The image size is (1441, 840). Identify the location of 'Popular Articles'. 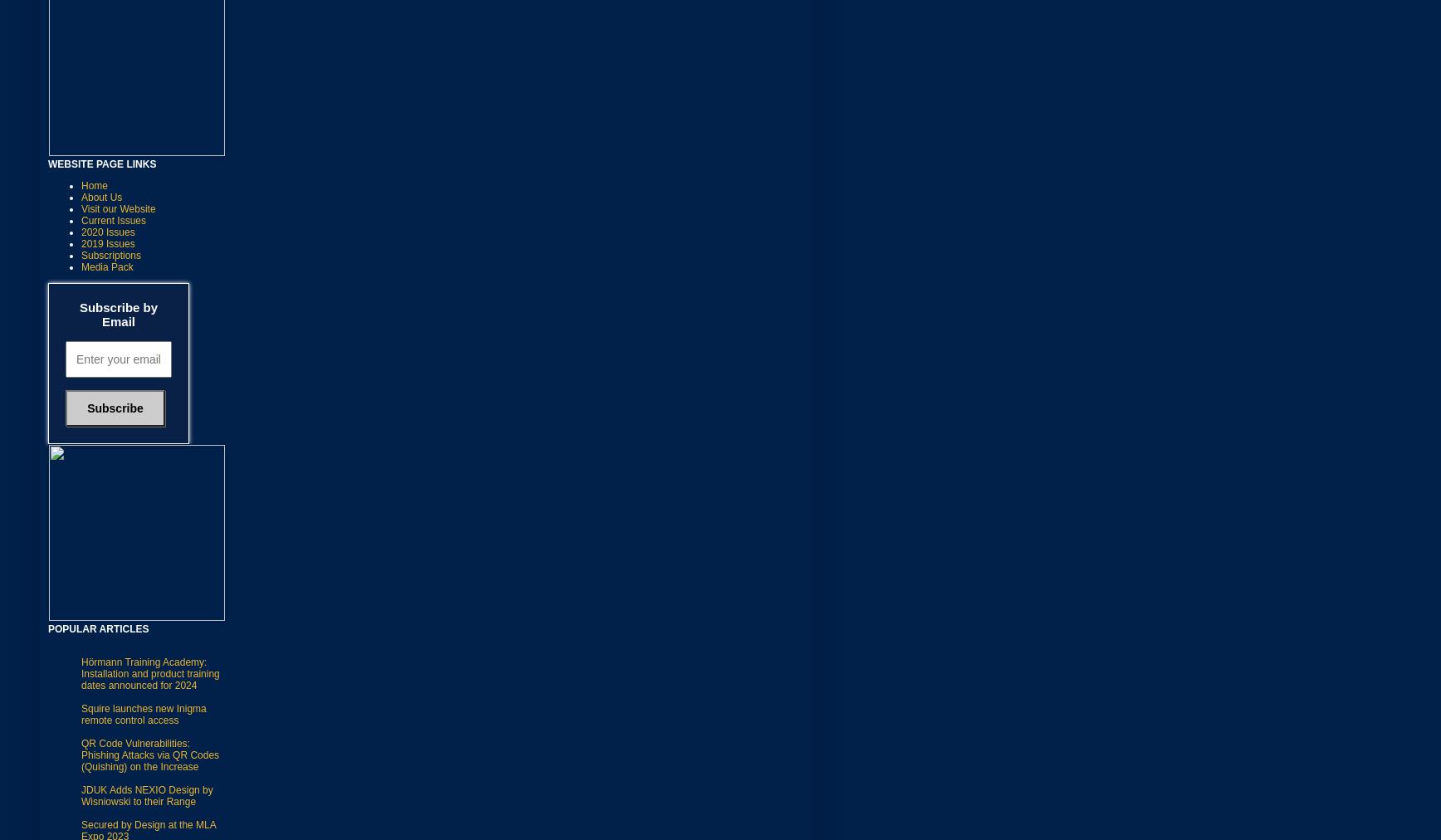
(98, 628).